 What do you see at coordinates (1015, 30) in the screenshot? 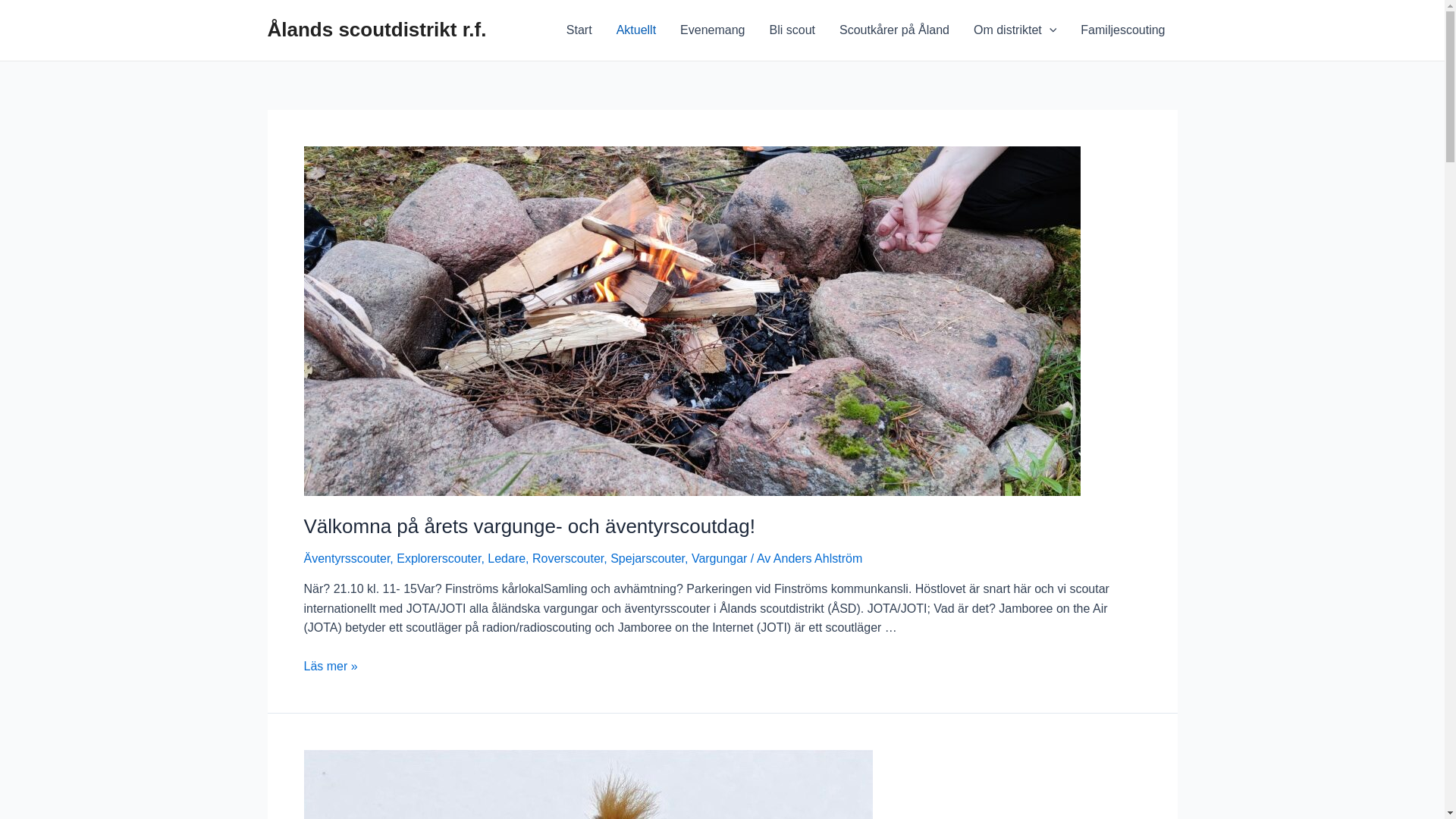
I see `'Om distriktet'` at bounding box center [1015, 30].